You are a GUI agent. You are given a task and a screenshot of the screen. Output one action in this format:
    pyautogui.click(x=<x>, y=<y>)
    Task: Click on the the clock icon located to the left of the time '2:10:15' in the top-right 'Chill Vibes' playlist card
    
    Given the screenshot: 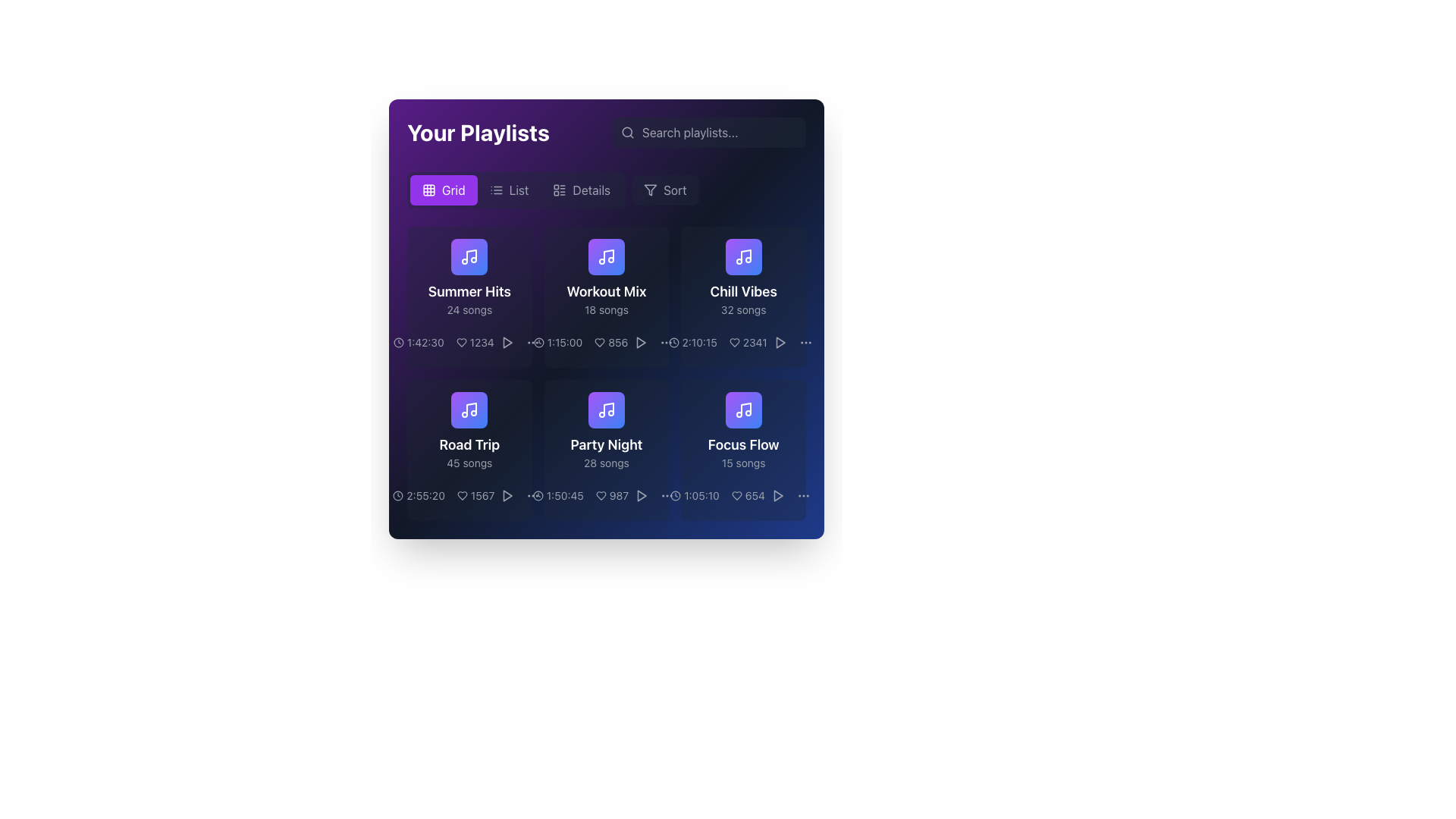 What is the action you would take?
    pyautogui.click(x=673, y=342)
    